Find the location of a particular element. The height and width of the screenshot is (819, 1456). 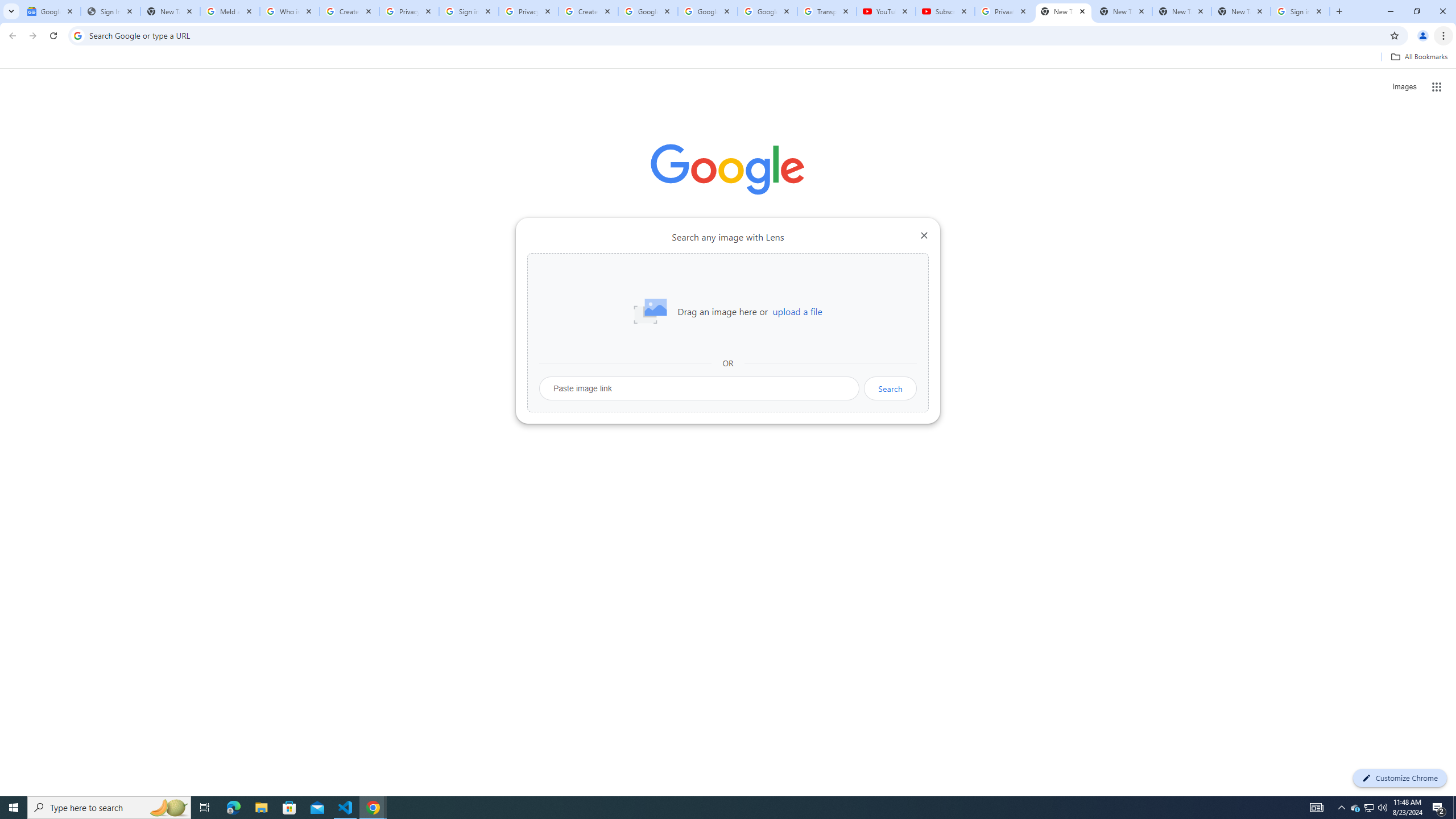

'Who is my administrator? - Google Account Help' is located at coordinates (289, 11).